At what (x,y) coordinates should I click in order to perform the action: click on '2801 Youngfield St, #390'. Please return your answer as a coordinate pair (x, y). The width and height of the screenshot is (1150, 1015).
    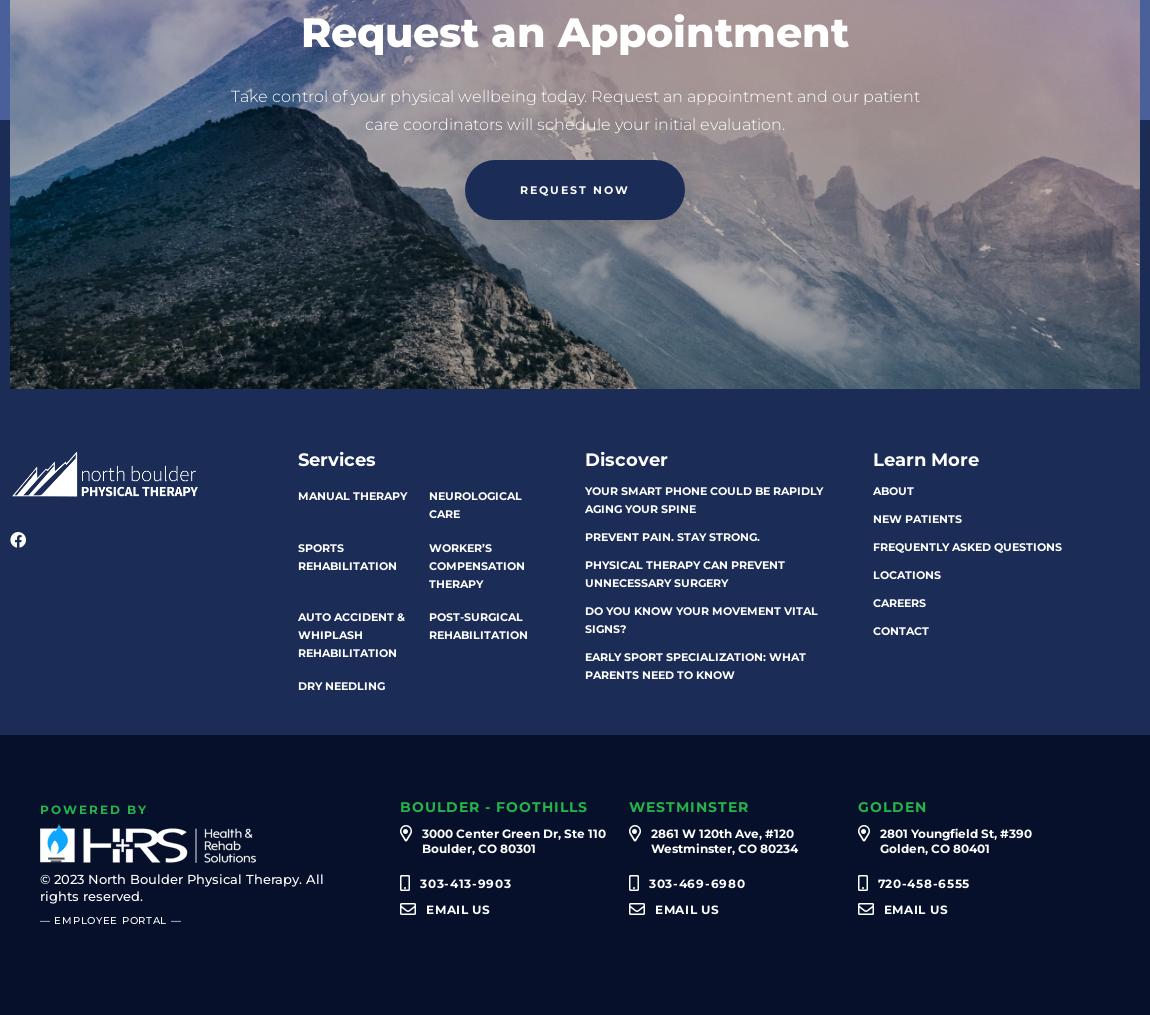
    Looking at the image, I should click on (954, 833).